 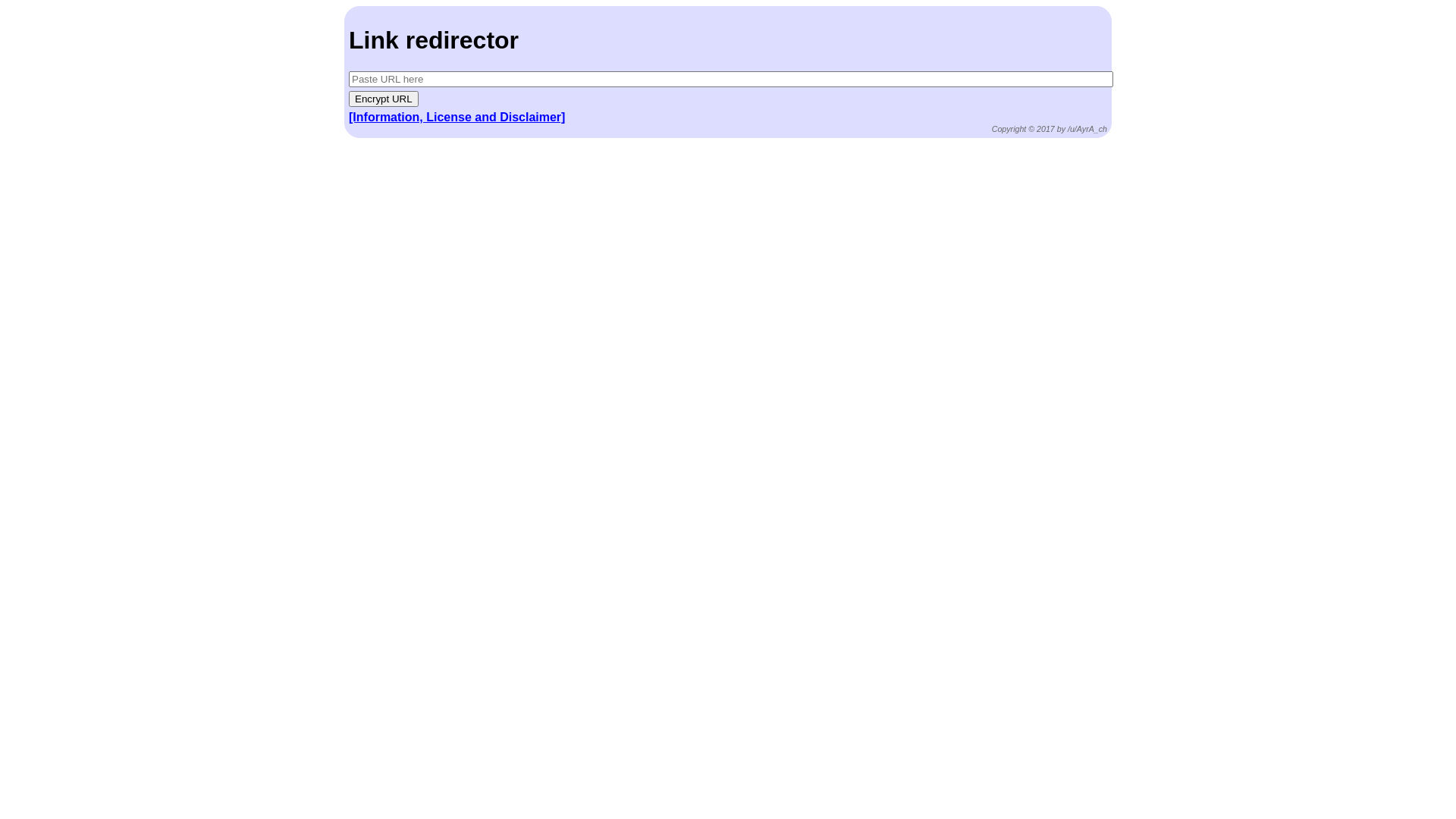 I want to click on '[Information, License and Disclaimer]', so click(x=348, y=116).